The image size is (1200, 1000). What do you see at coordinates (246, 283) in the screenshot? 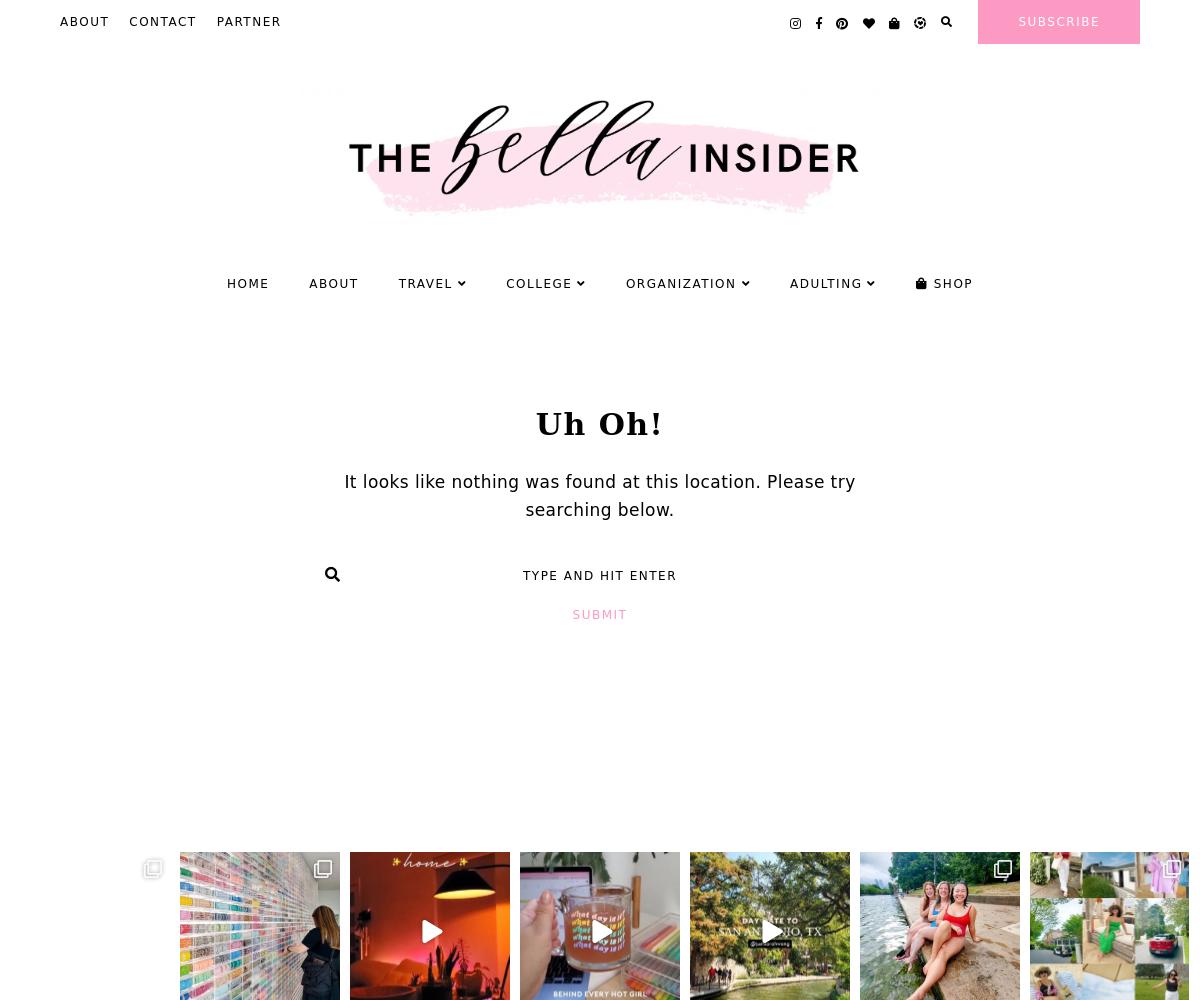
I see `'Home'` at bounding box center [246, 283].